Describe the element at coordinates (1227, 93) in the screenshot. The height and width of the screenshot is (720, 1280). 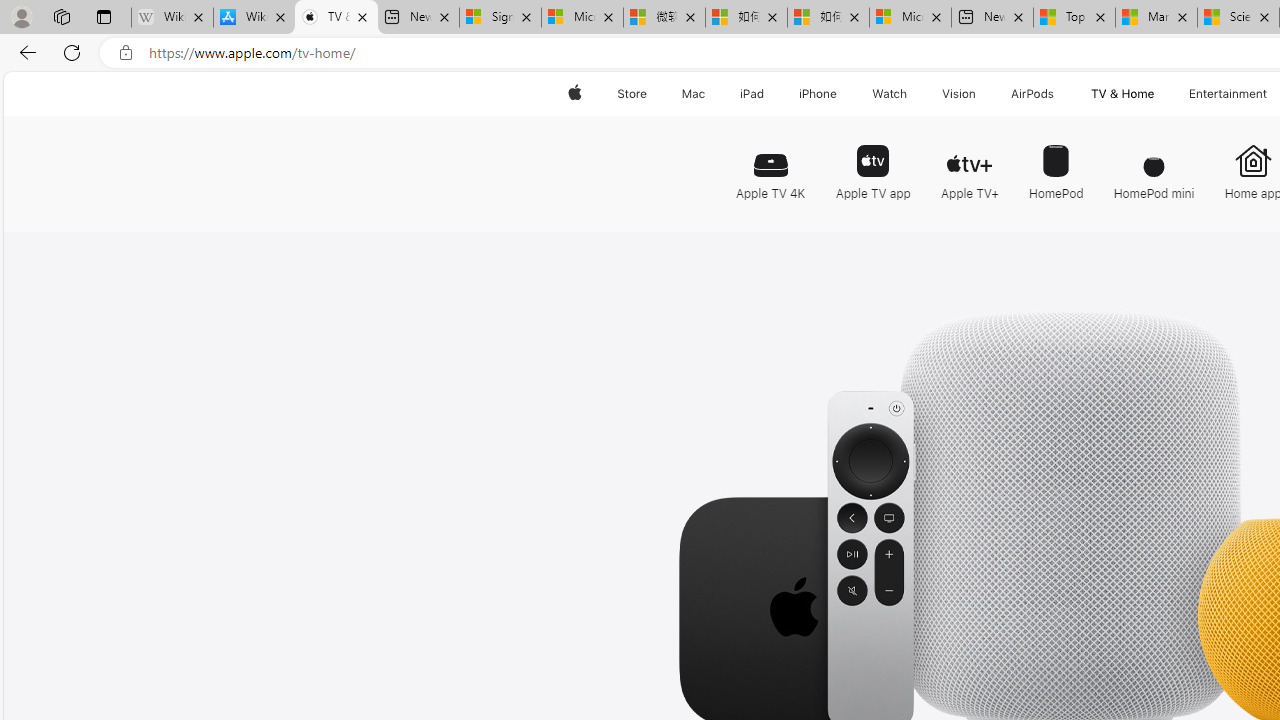
I see `'Entertainment'` at that location.